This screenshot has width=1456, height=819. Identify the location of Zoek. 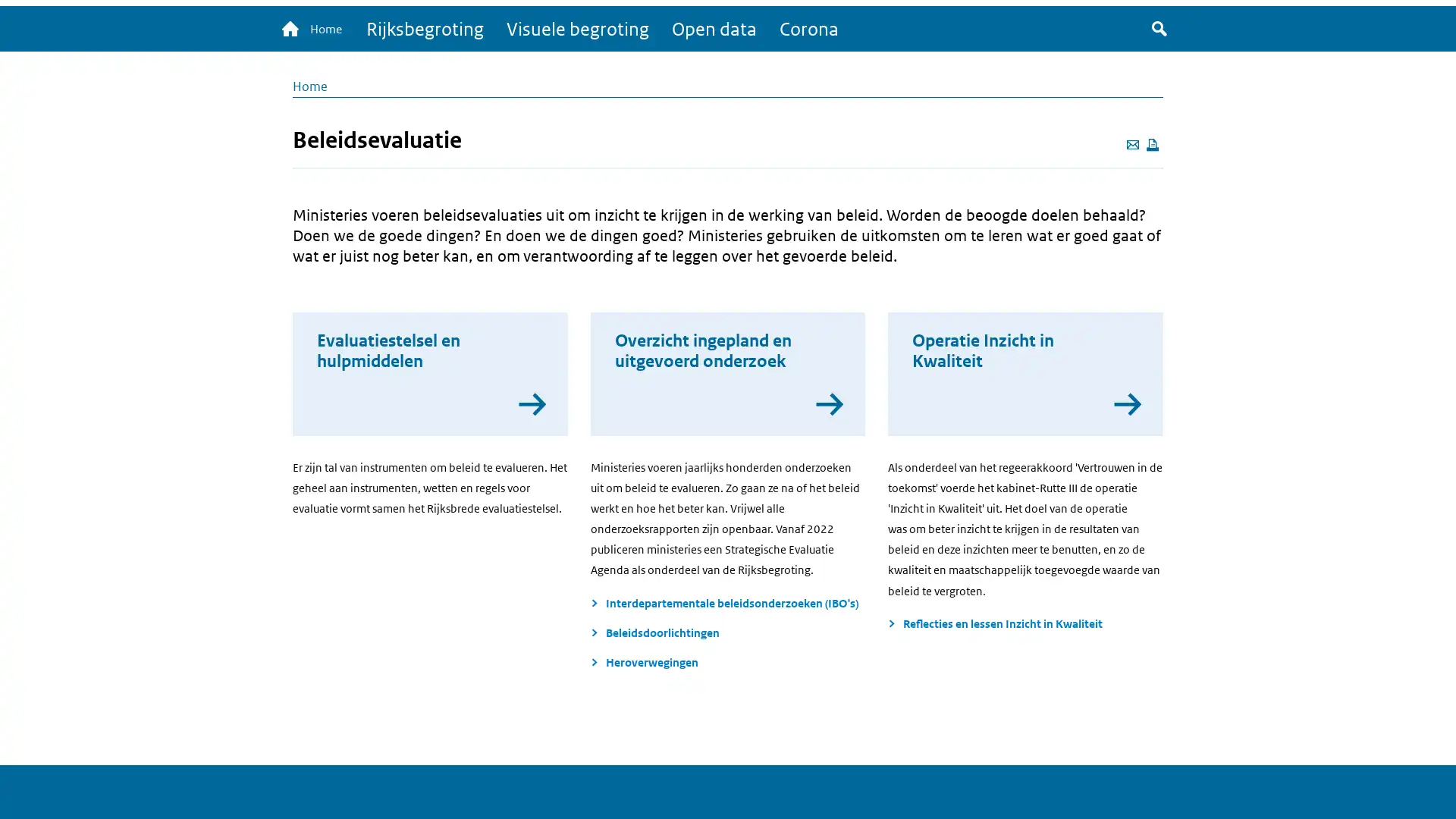
(1159, 30).